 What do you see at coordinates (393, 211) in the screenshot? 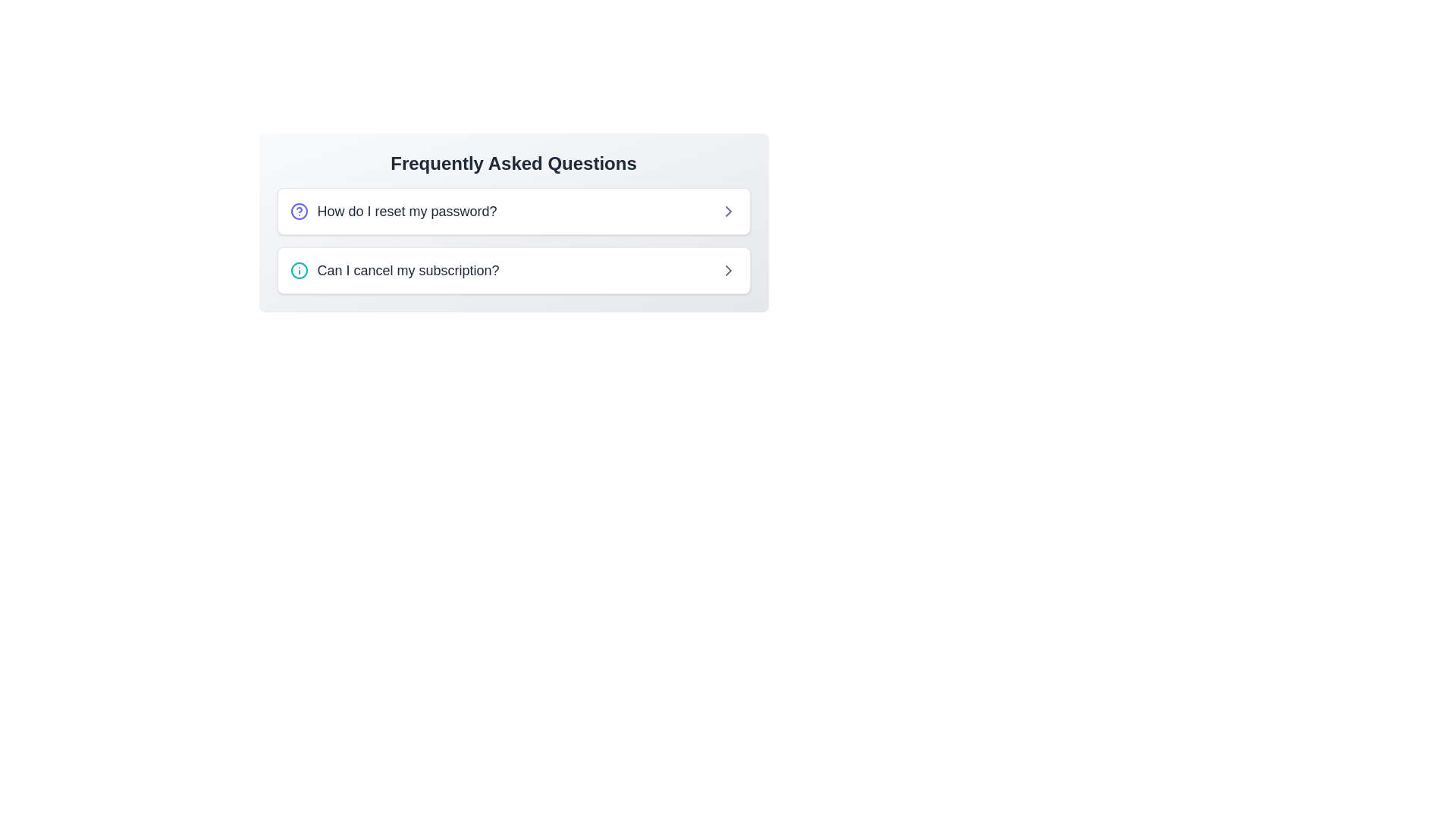
I see `the question text 'How do I reset my password?' in the first list item of the frequently asked questions section` at bounding box center [393, 211].